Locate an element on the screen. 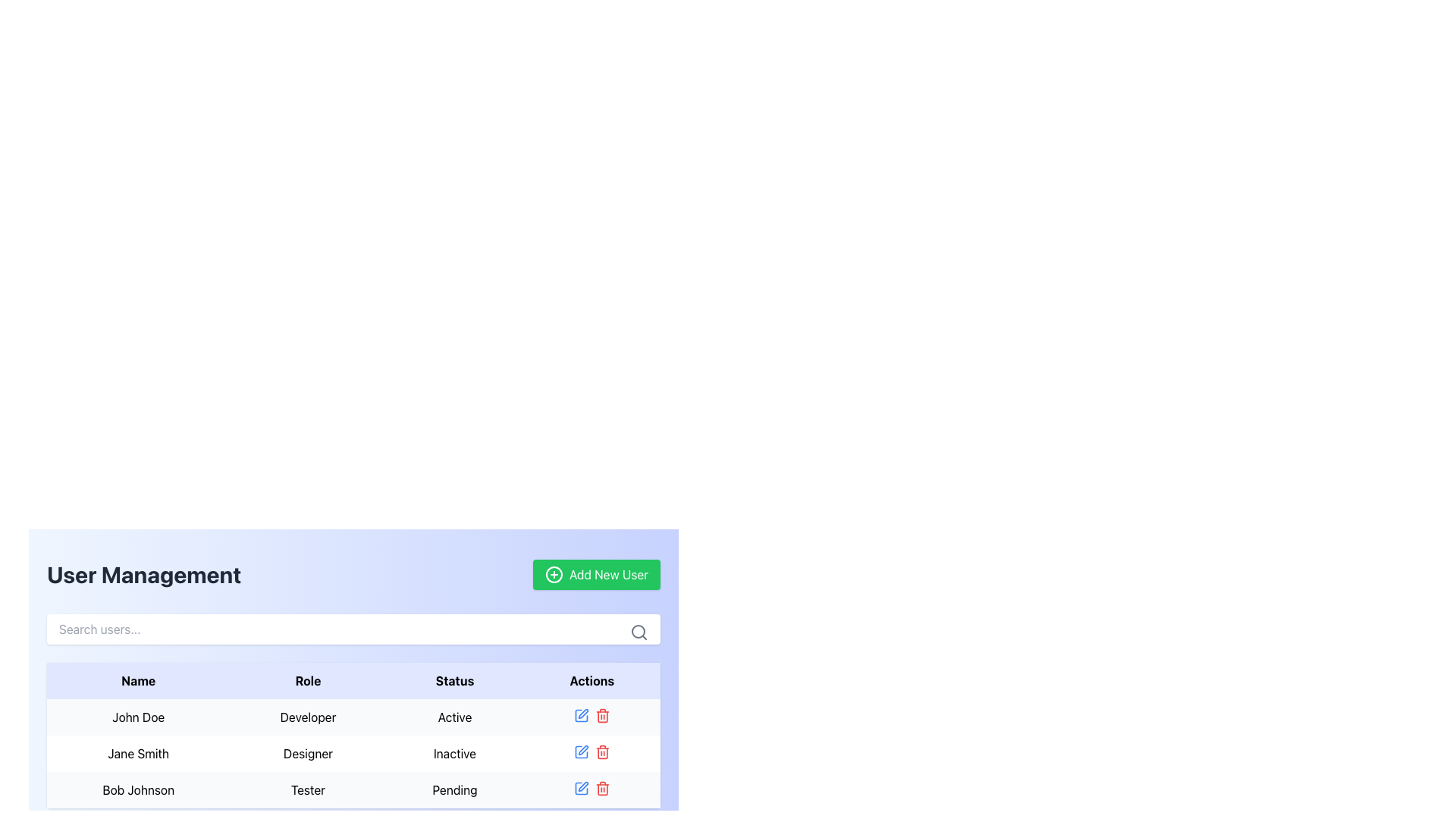 The width and height of the screenshot is (1456, 819). the text label element that reads 'Developer' located in the second column of the first row of the User Management table is located at coordinates (307, 717).